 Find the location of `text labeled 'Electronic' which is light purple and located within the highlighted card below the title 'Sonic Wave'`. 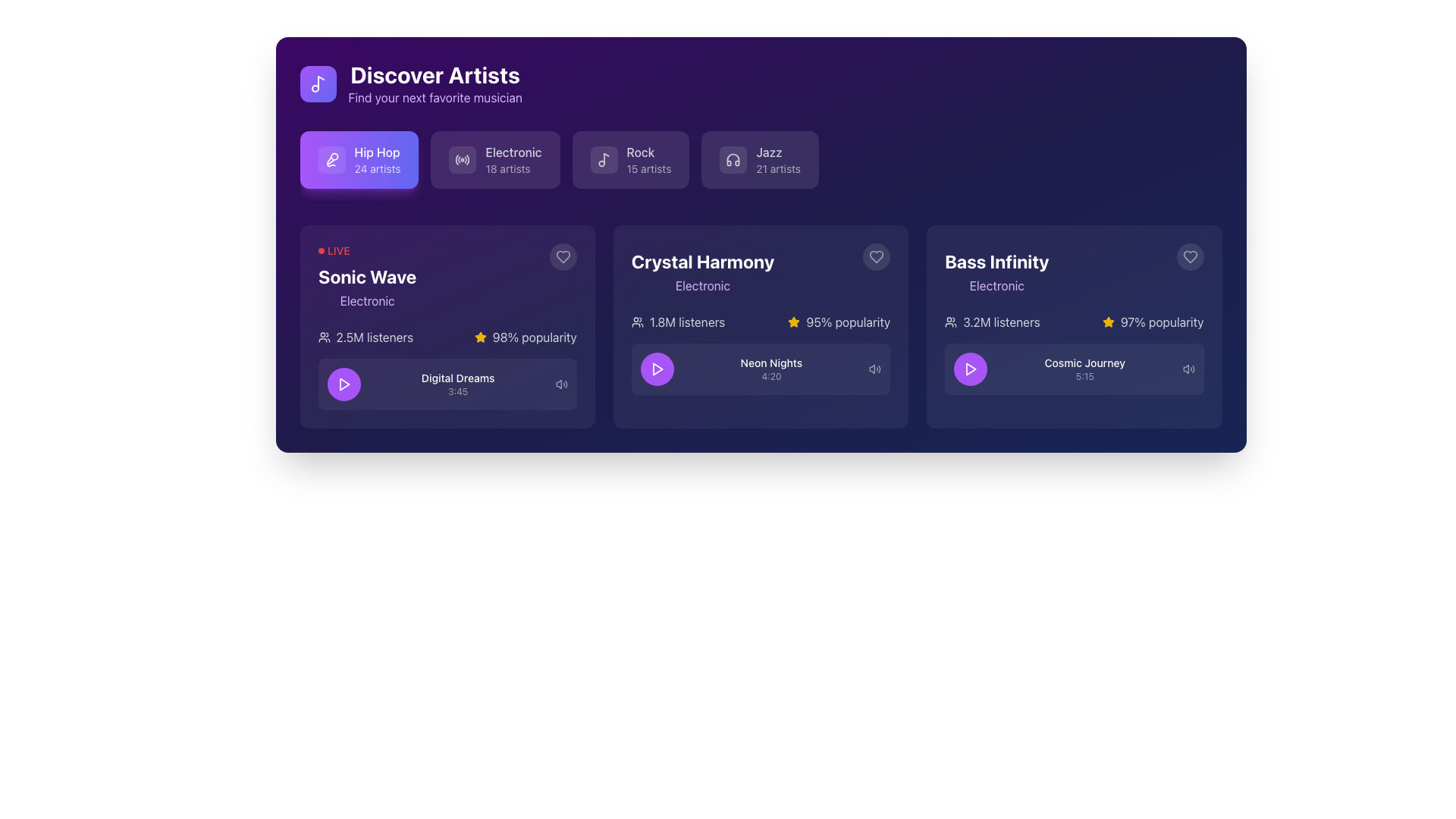

text labeled 'Electronic' which is light purple and located within the highlighted card below the title 'Sonic Wave' is located at coordinates (367, 301).